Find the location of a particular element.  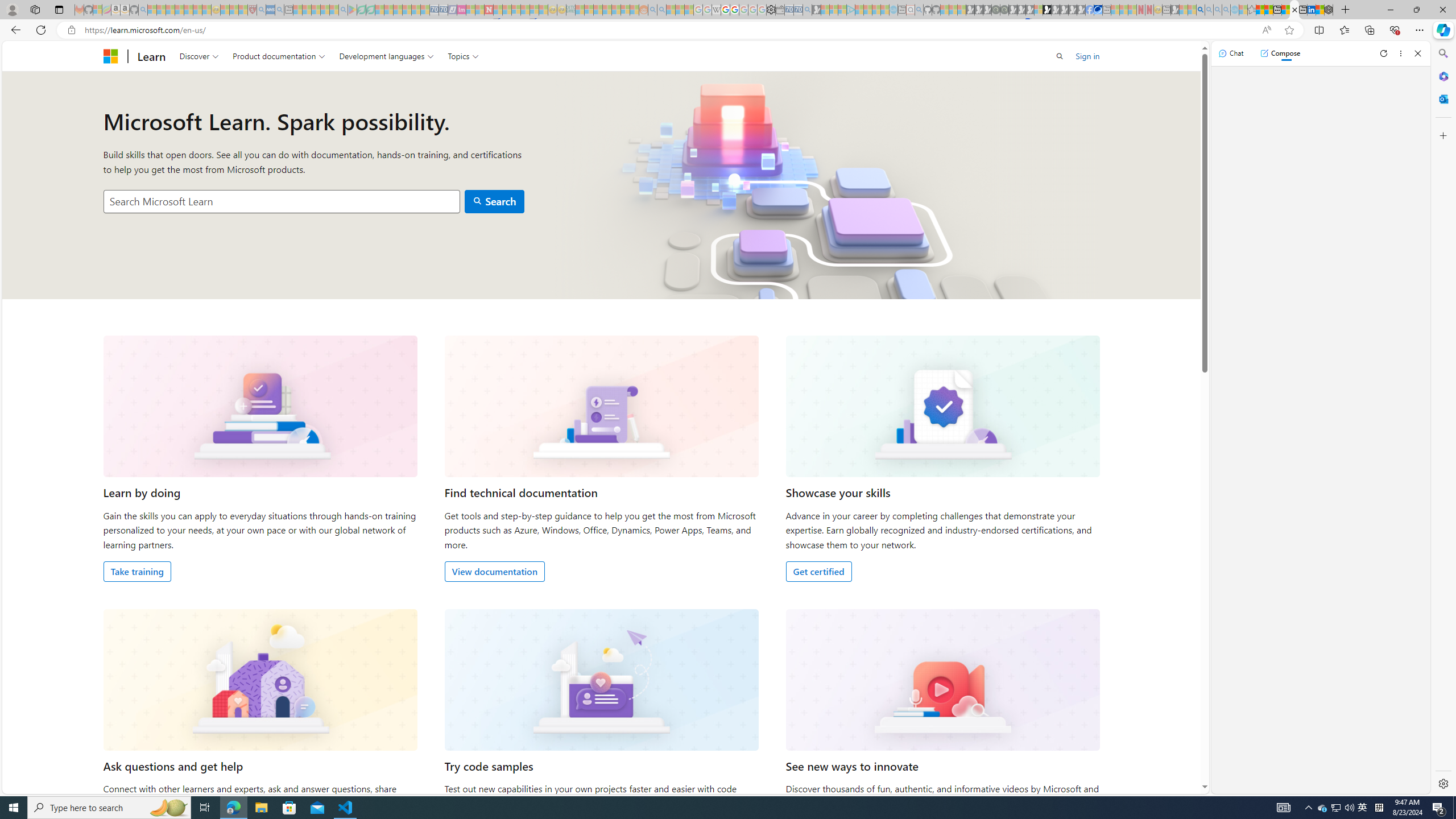

'Target page - Wikipedia - Sleeping' is located at coordinates (716, 9).